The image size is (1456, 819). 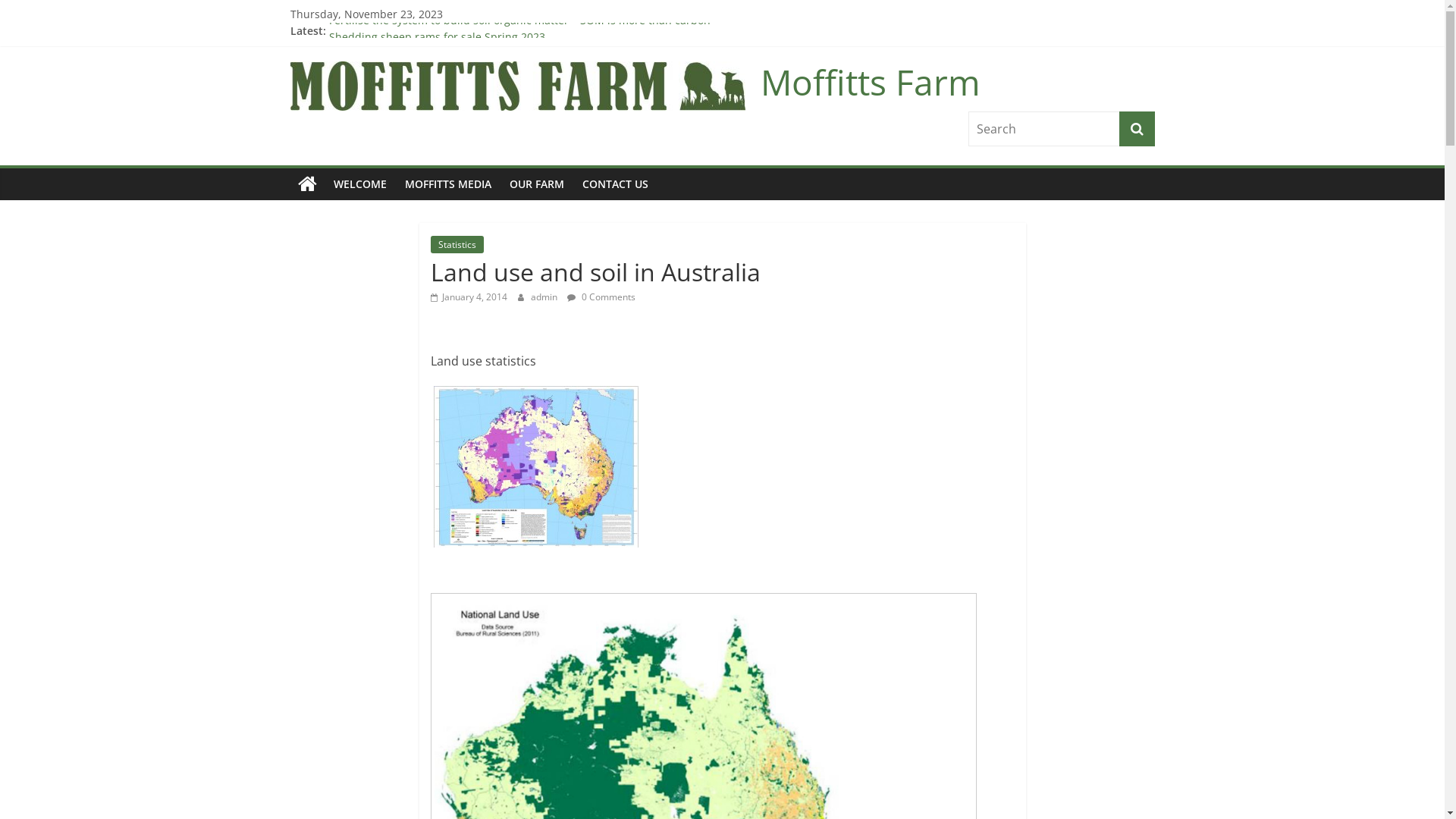 I want to click on 'January 4, 2014', so click(x=468, y=297).